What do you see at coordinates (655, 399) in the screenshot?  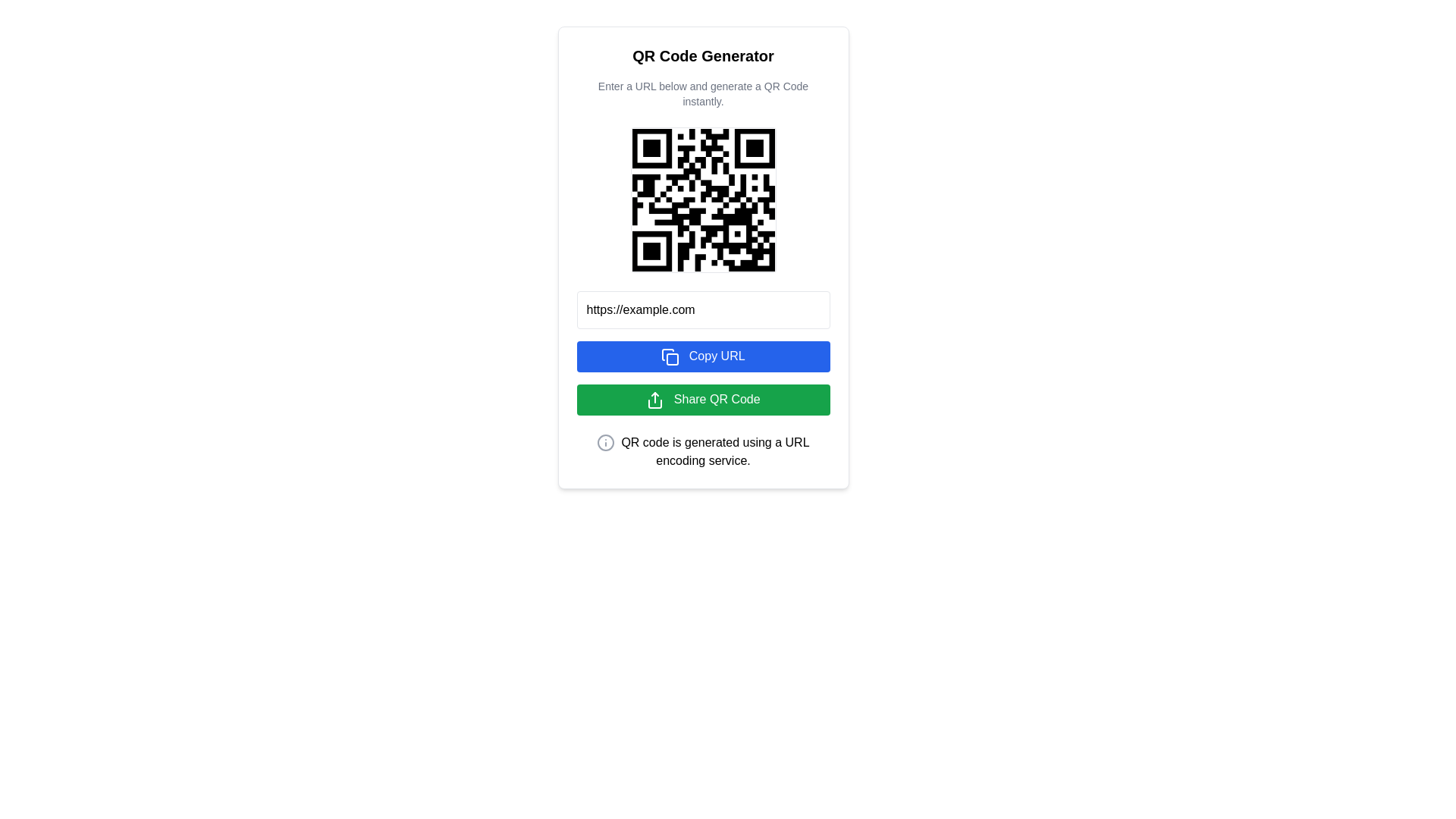 I see `the decorative icon on the left side of the green 'Share QR Code' button` at bounding box center [655, 399].